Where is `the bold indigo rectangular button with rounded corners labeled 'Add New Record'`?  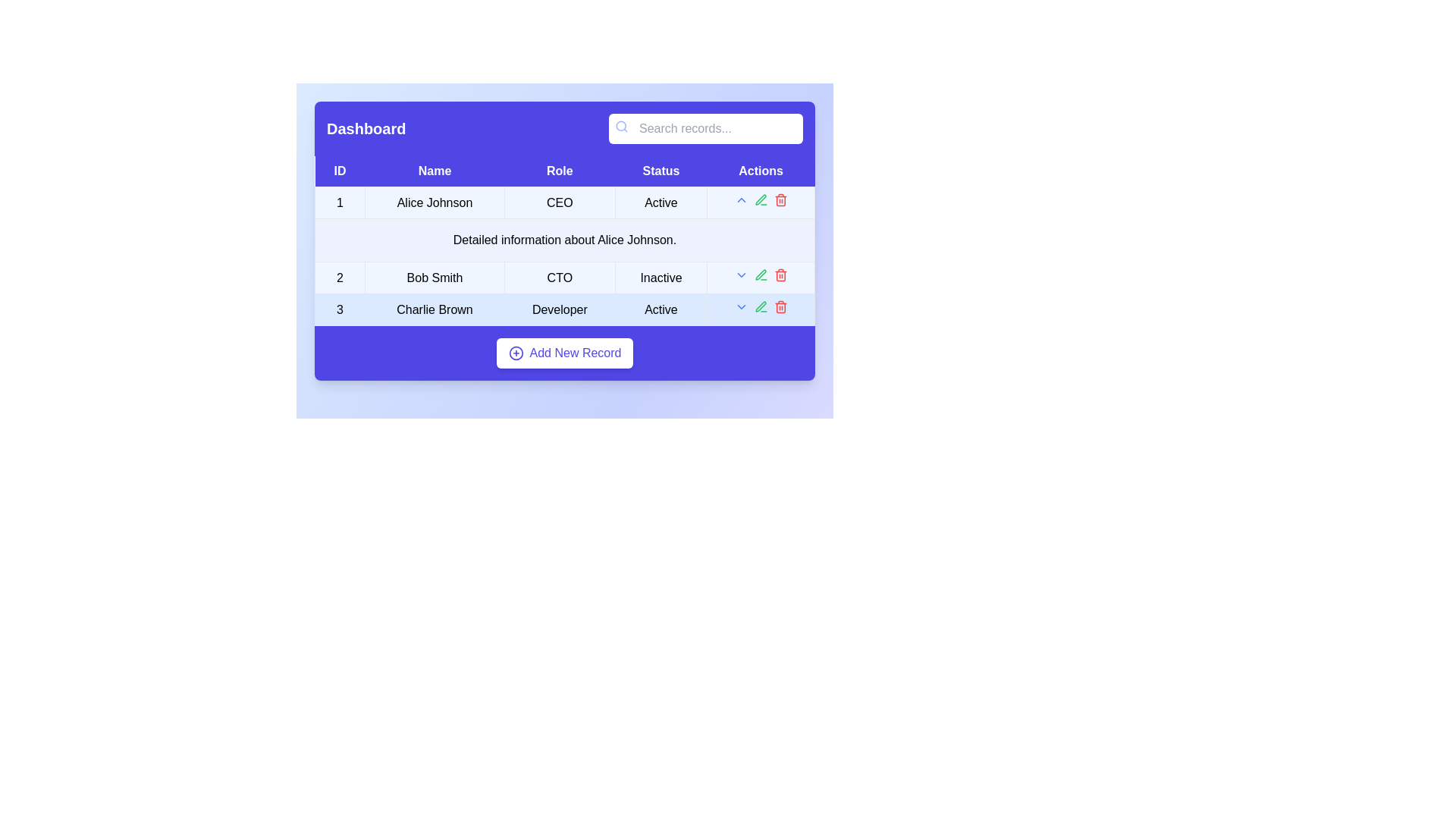
the bold indigo rectangular button with rounded corners labeled 'Add New Record' is located at coordinates (563, 353).